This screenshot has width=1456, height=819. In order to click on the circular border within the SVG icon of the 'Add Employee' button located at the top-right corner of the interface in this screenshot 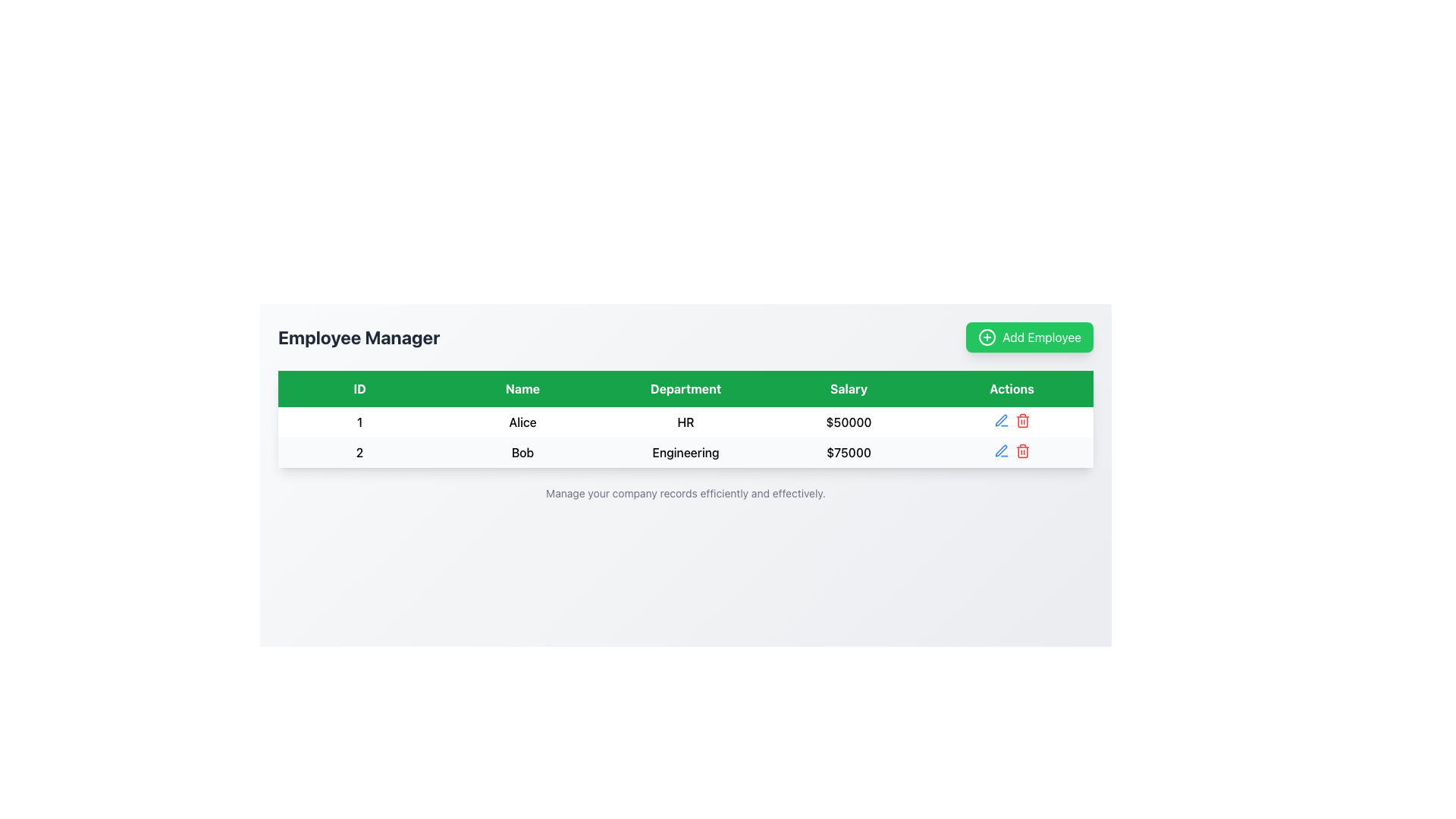, I will do `click(987, 336)`.